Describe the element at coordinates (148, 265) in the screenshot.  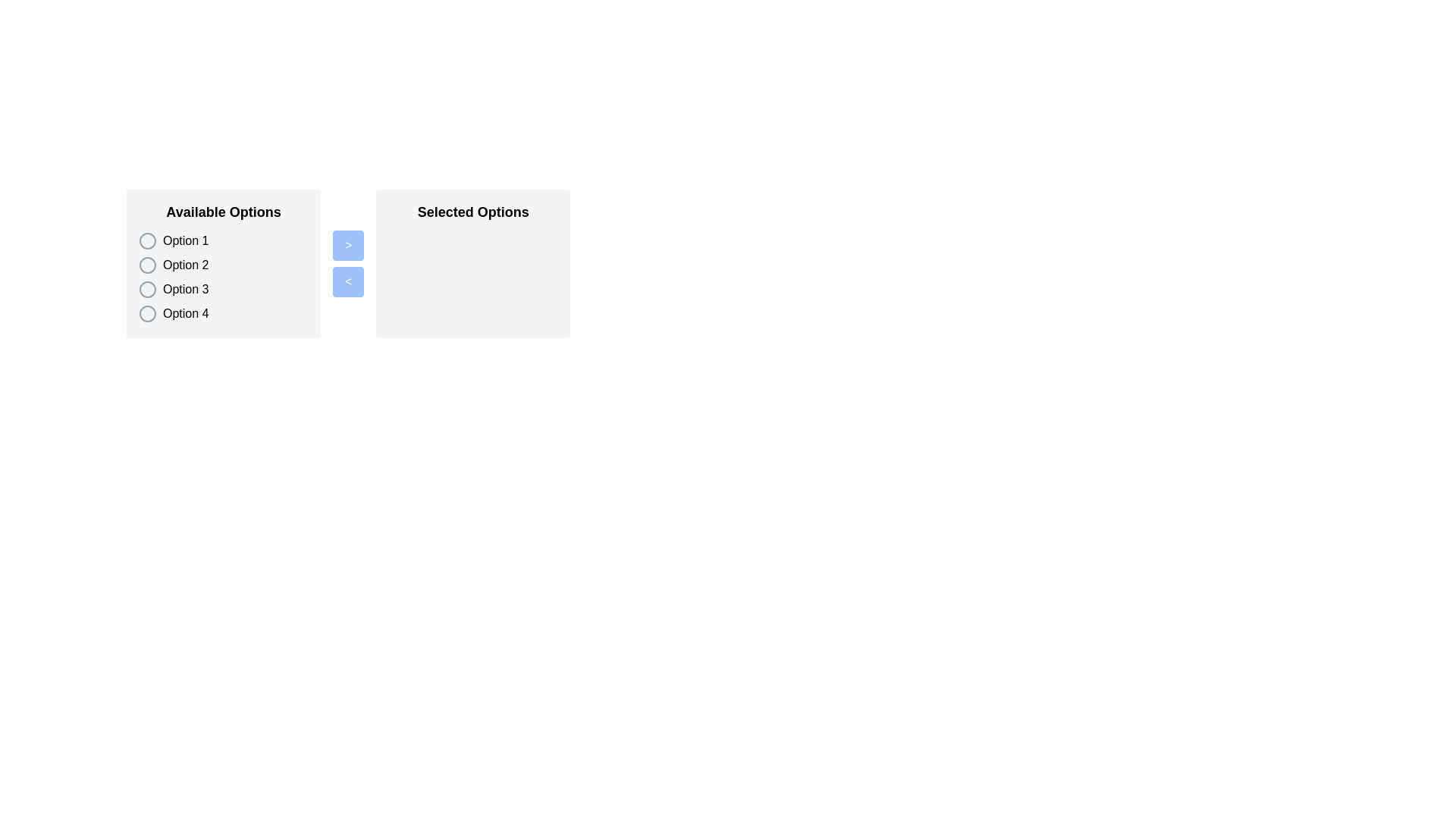
I see `the radio button for 'Option 2' located in the 'Available Options' section, which is the second radio button in a vertical list` at that location.